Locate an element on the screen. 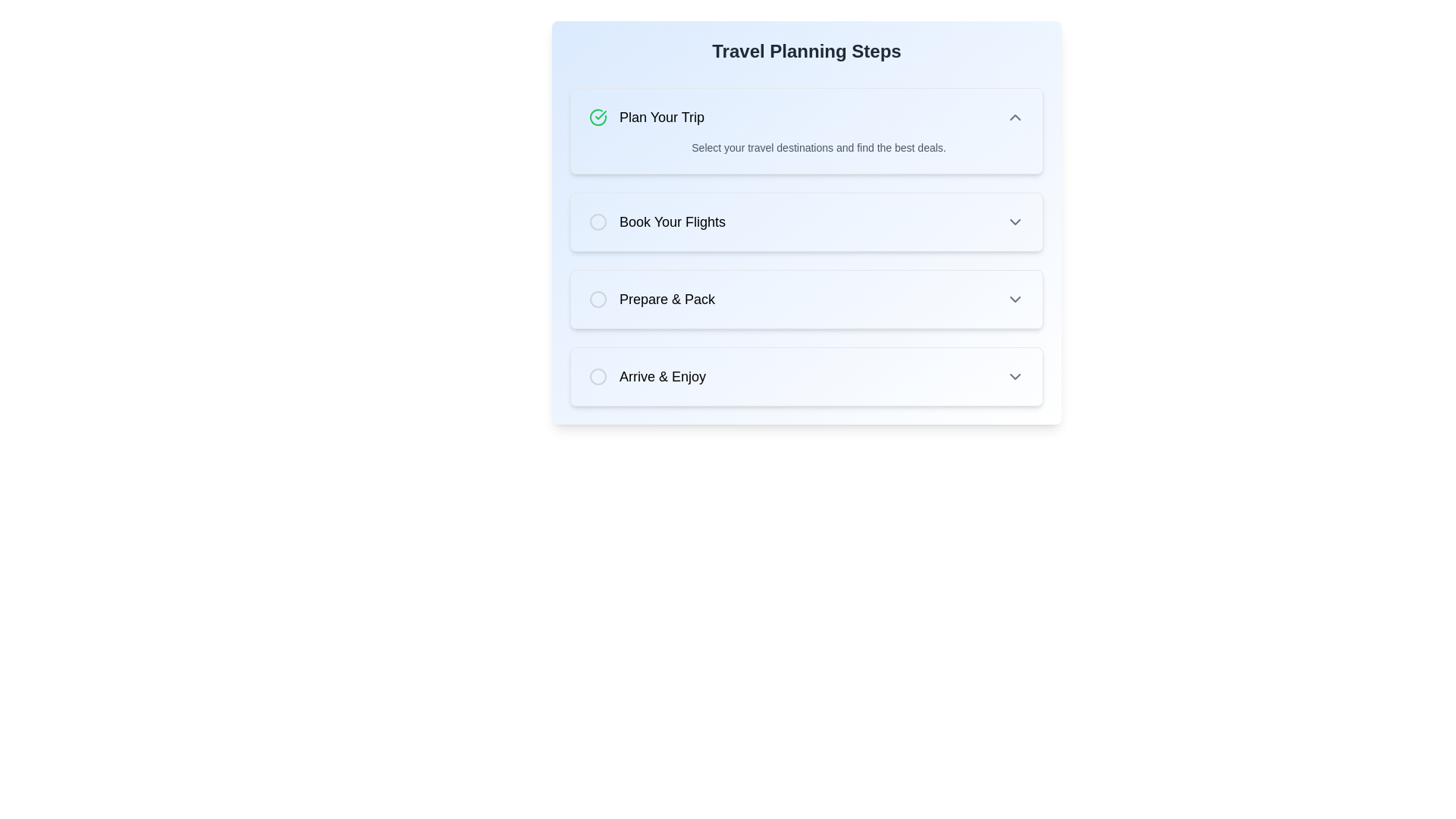 This screenshot has height=819, width=1456. the green checkmark icon located within a circular outline to the left of the text 'Plan Your Trip' is located at coordinates (600, 114).